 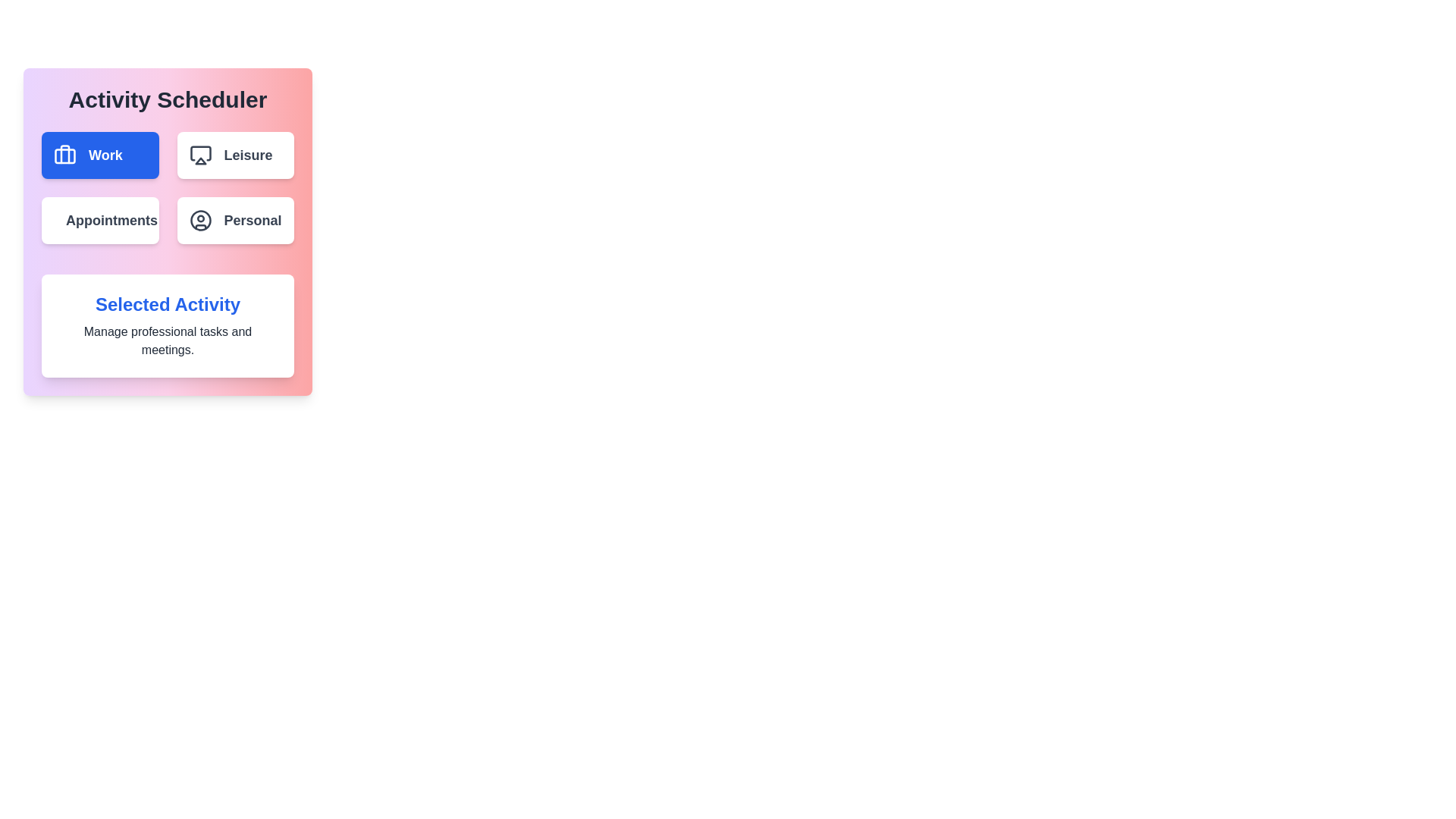 What do you see at coordinates (64, 154) in the screenshot?
I see `the vertical line feature within the briefcase icon on the left side of the 'Work' button in the 'Activity Scheduler' card` at bounding box center [64, 154].